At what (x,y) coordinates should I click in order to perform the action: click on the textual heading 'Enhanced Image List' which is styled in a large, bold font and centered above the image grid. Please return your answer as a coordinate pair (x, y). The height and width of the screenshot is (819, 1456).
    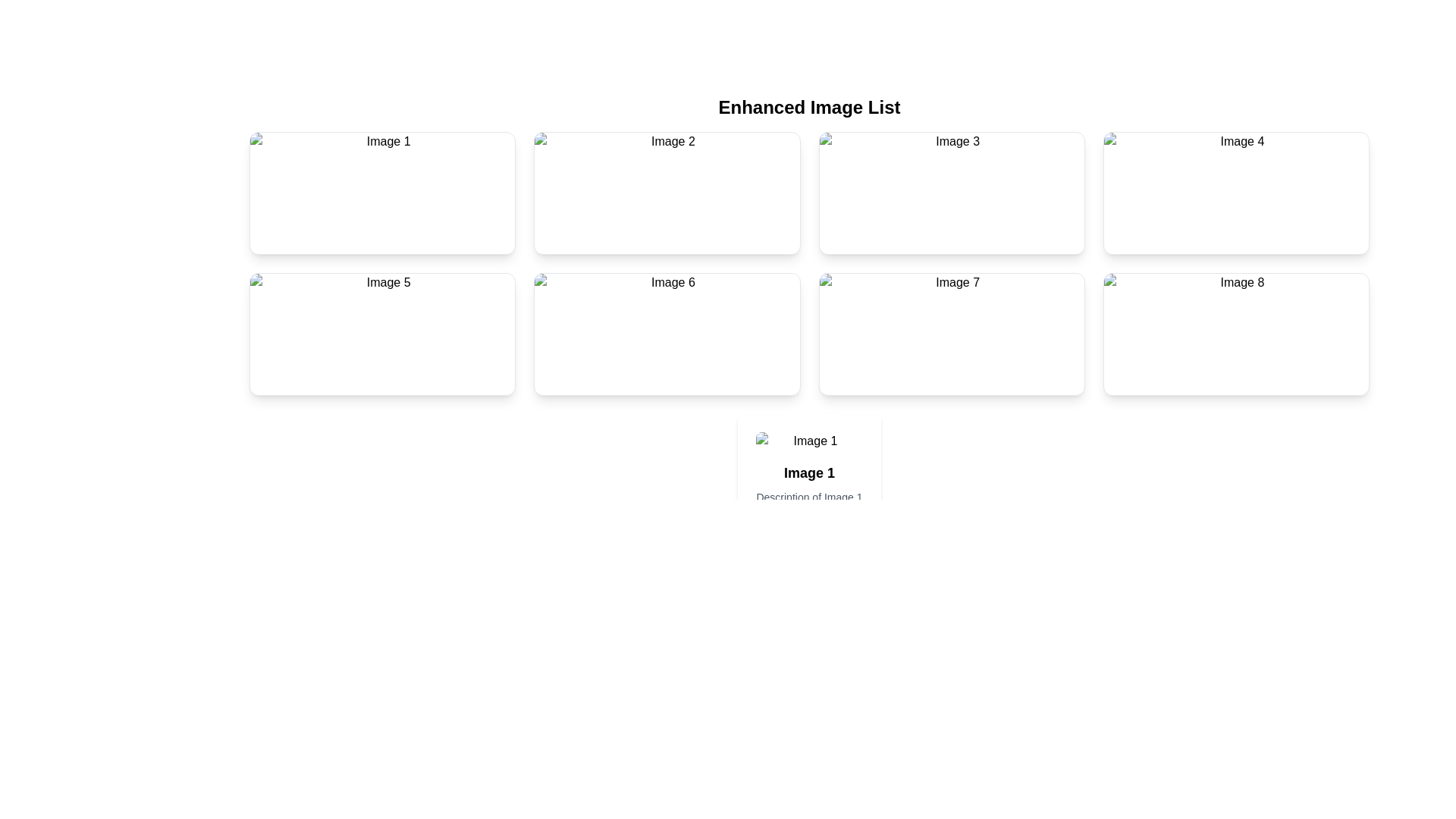
    Looking at the image, I should click on (808, 107).